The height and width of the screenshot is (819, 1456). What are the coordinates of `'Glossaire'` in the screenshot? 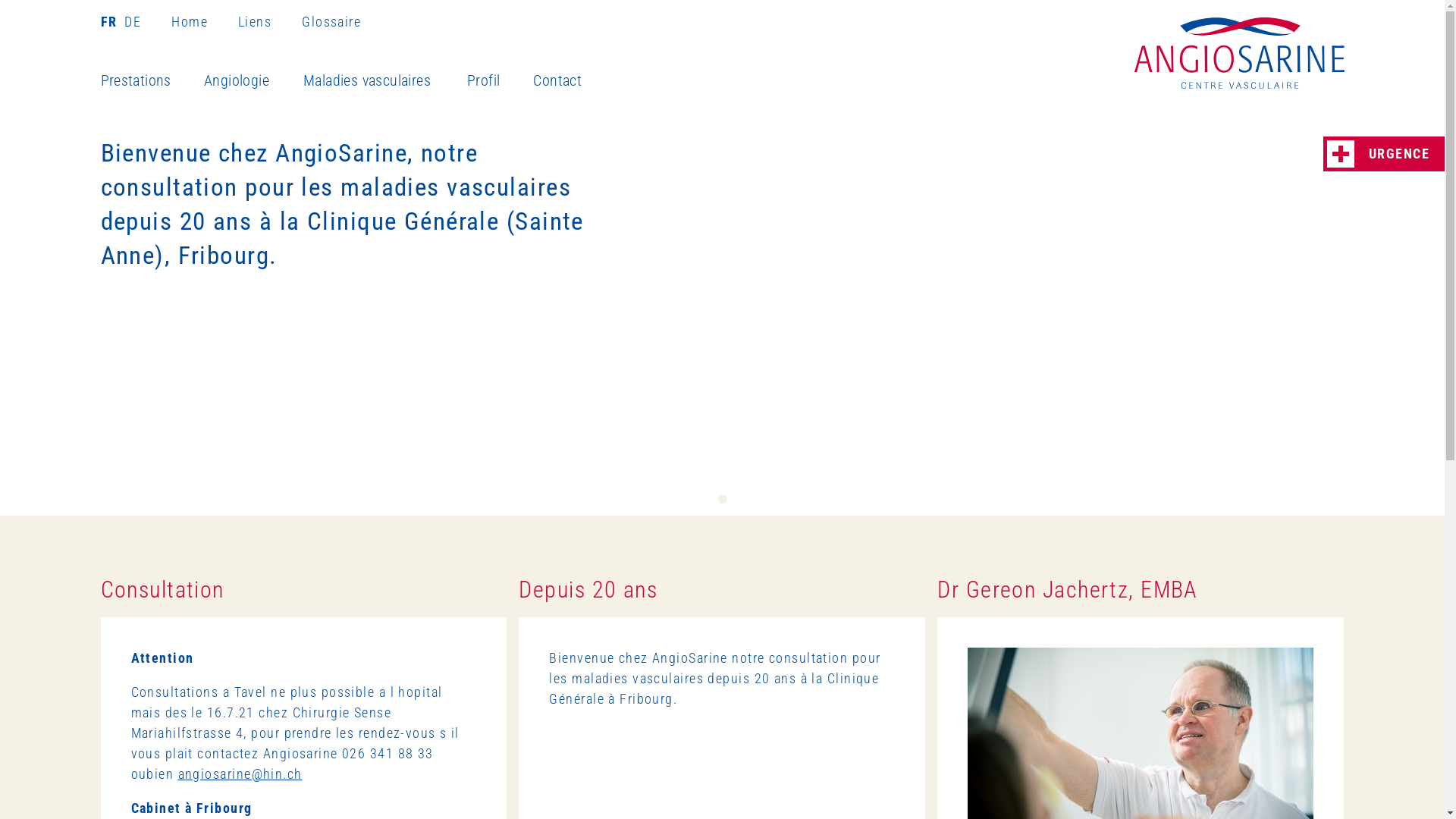 It's located at (330, 21).